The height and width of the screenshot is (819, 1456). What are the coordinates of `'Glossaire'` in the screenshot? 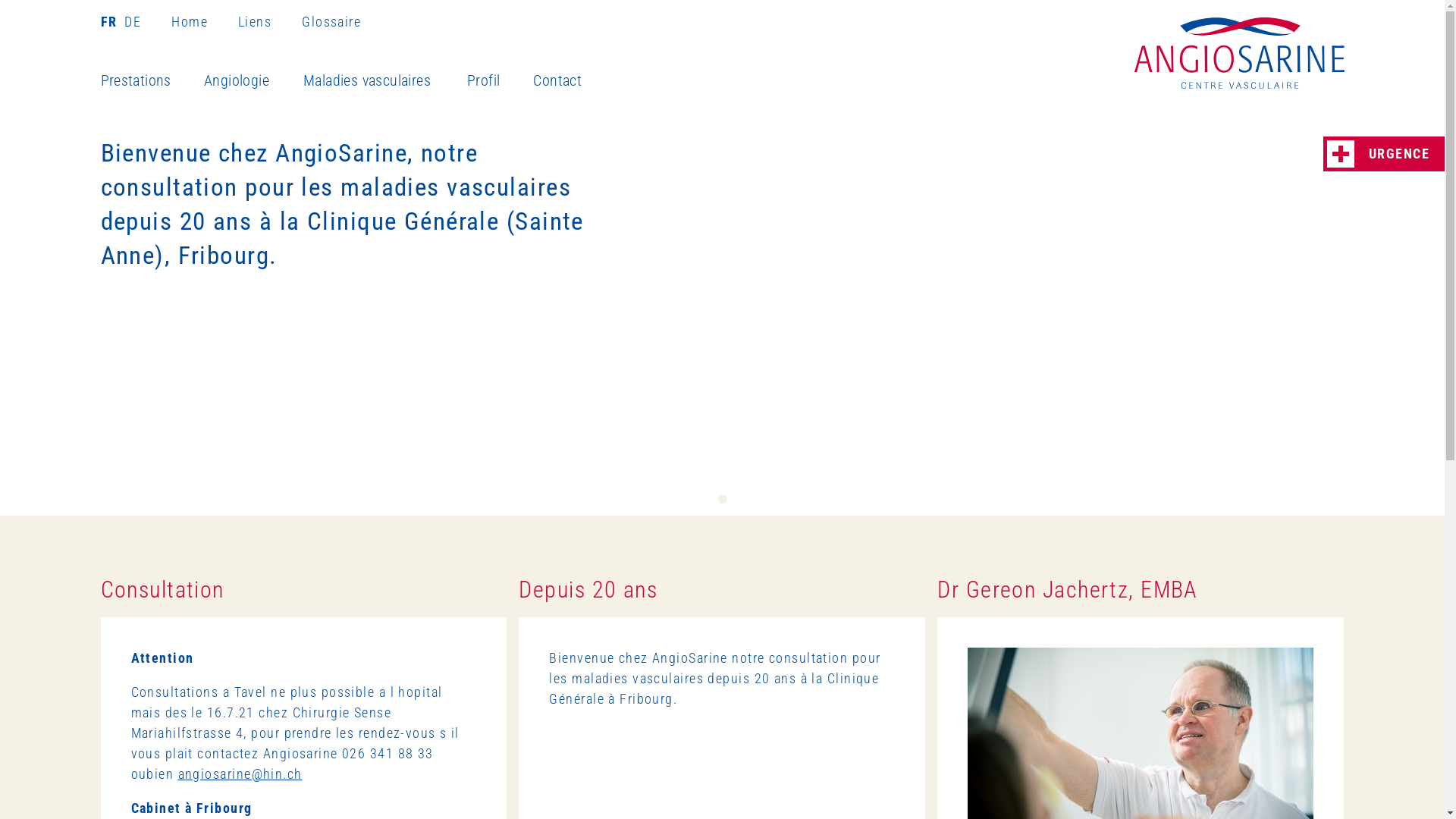 It's located at (330, 21).